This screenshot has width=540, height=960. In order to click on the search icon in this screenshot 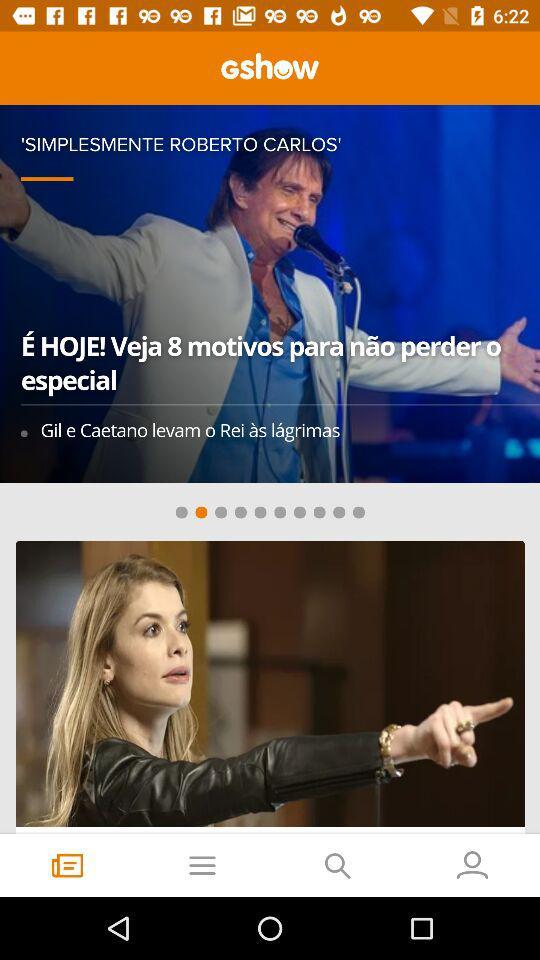, I will do `click(337, 864)`.